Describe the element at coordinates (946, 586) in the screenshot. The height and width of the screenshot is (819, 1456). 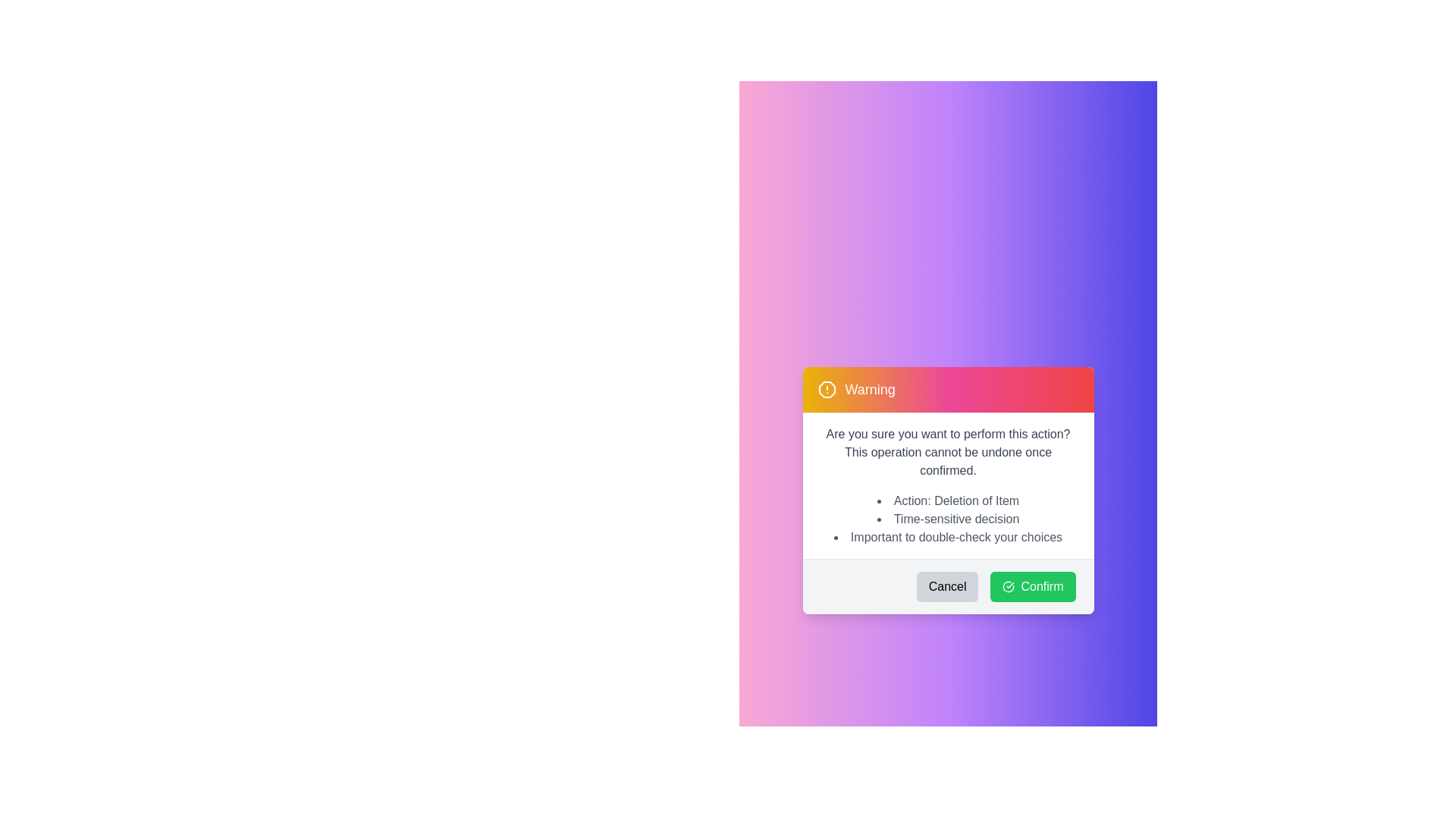
I see `the 'Cancel' button, which is a rectangular button with a gray background and black text, located at the bottom of a dialog box, to observe its hover effect` at that location.